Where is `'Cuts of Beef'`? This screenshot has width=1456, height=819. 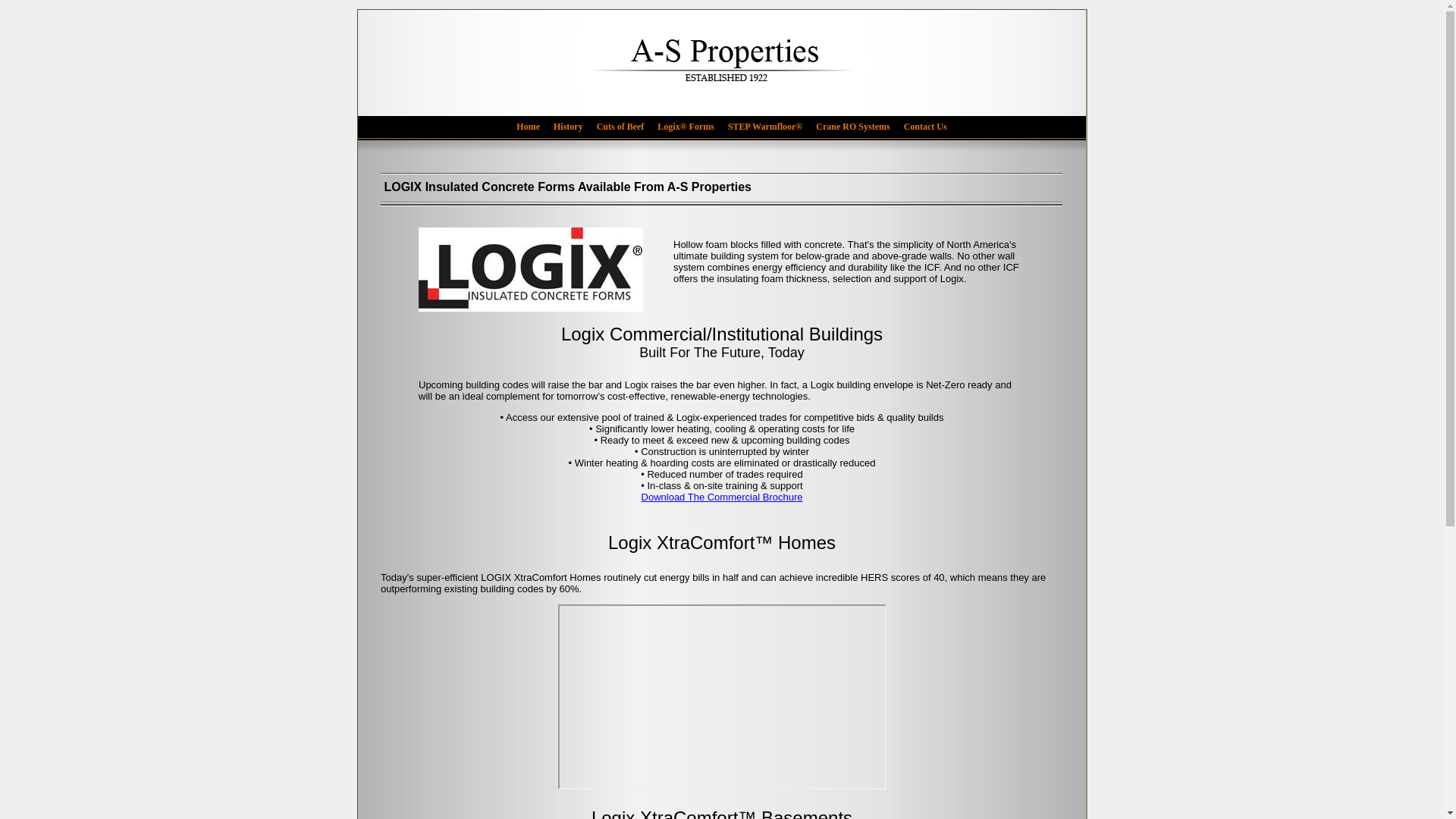
'Cuts of Beef' is located at coordinates (626, 125).